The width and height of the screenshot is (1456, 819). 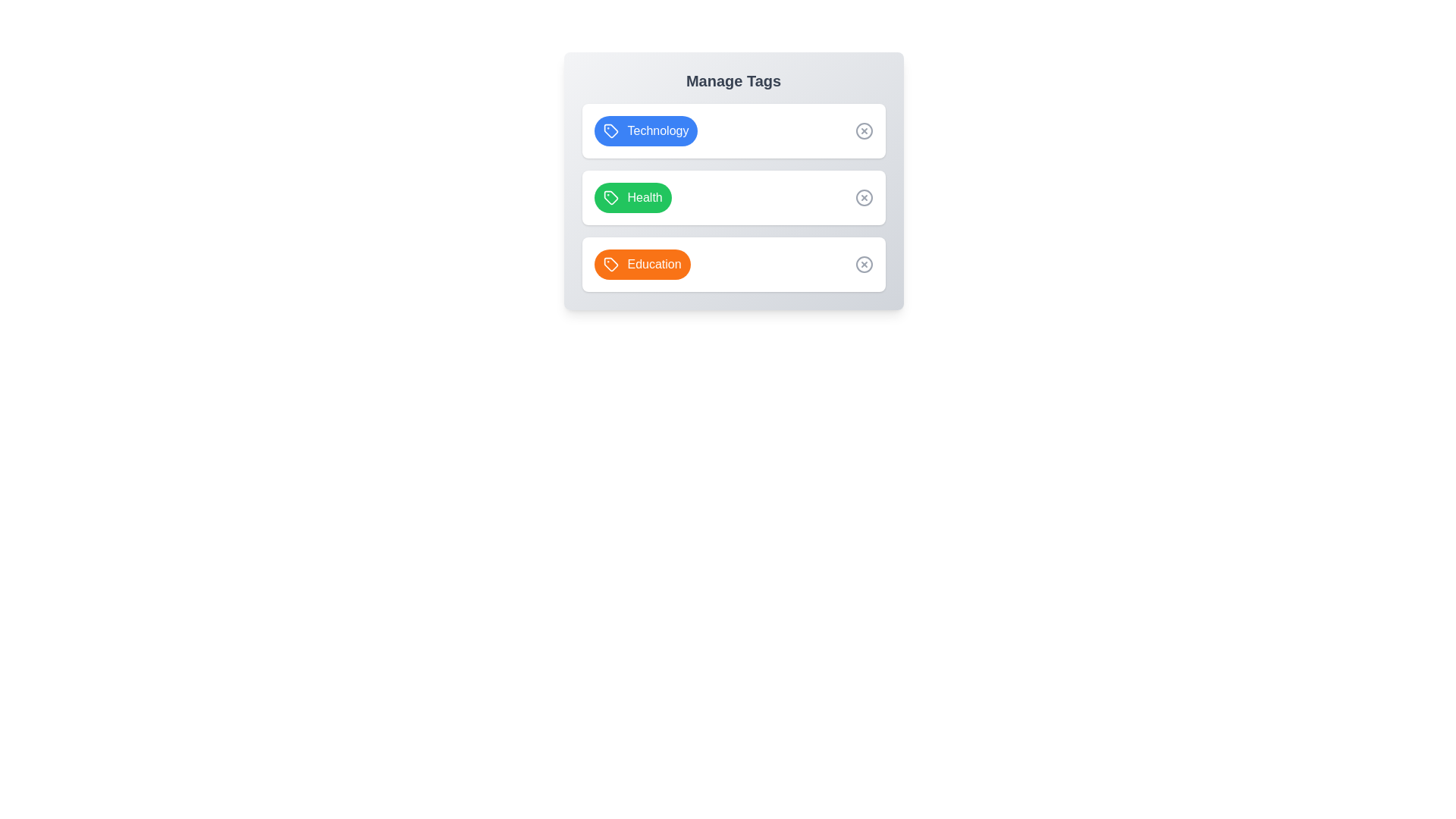 What do you see at coordinates (864, 197) in the screenshot?
I see `close button for the tag labeled Health` at bounding box center [864, 197].